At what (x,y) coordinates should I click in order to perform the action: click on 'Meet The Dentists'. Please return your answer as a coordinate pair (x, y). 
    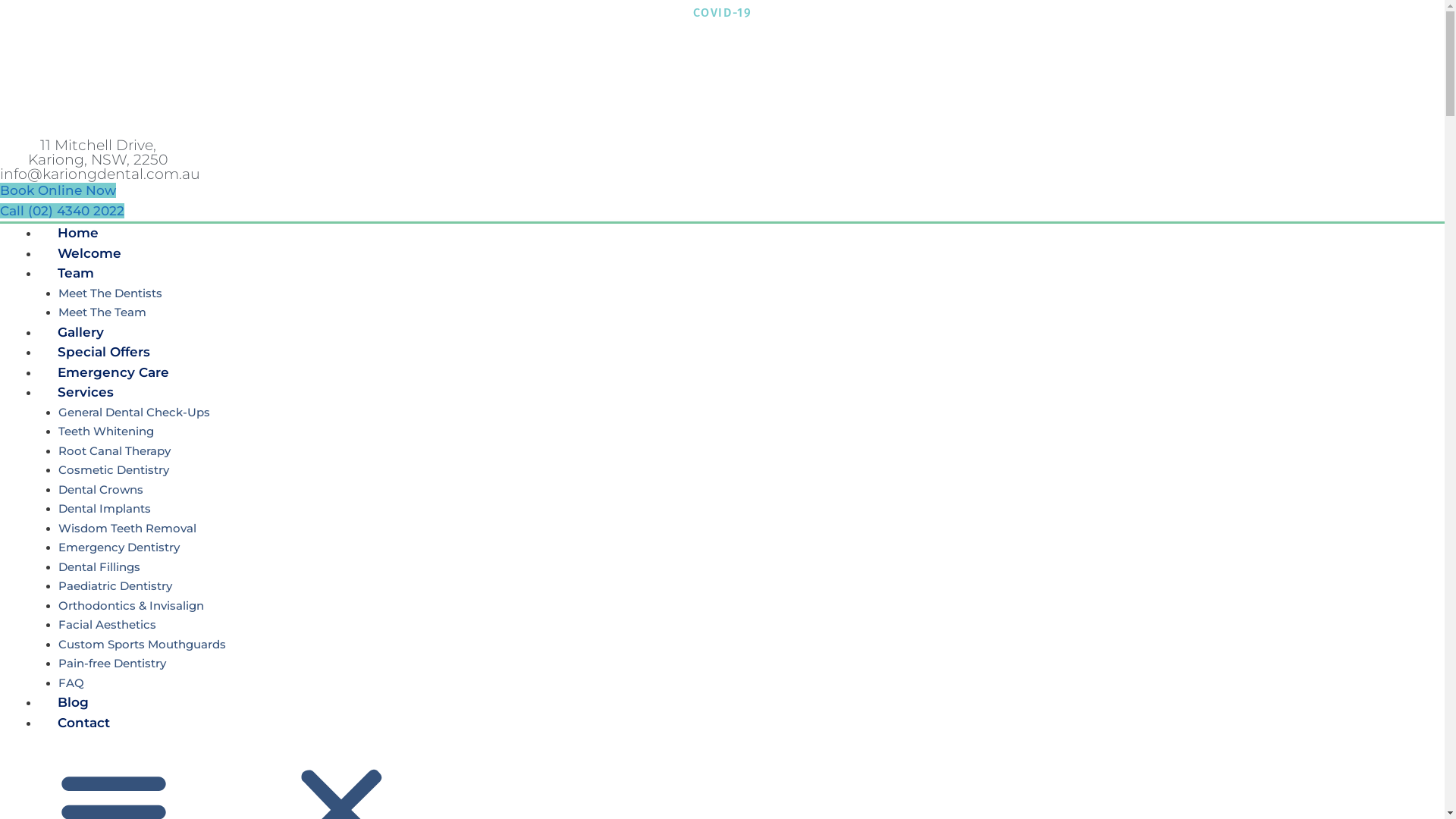
    Looking at the image, I should click on (108, 292).